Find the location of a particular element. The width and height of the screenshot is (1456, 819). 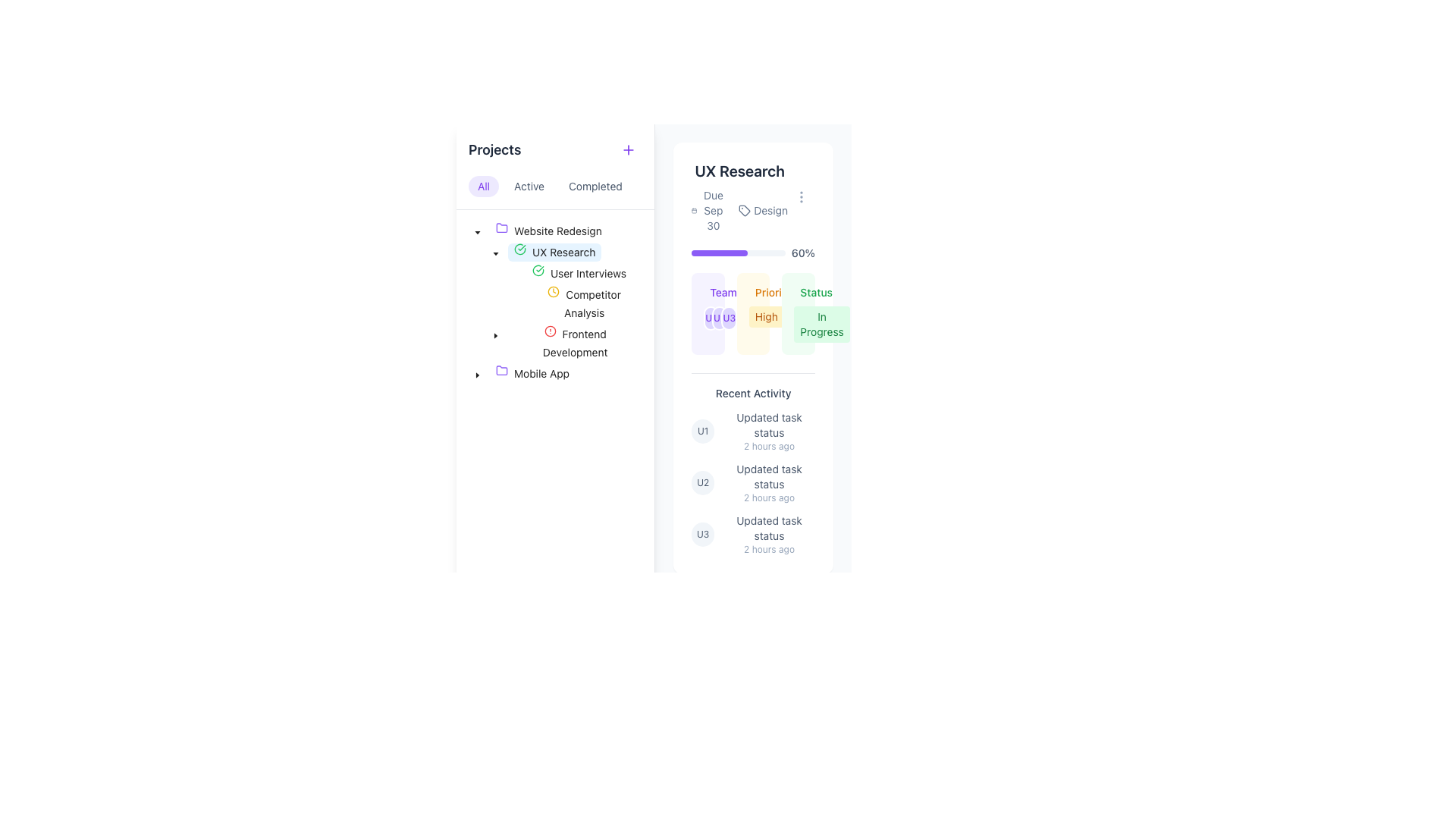

the 'Competitor Analysis' label with icon located under the 'UX Research' node is located at coordinates (583, 304).